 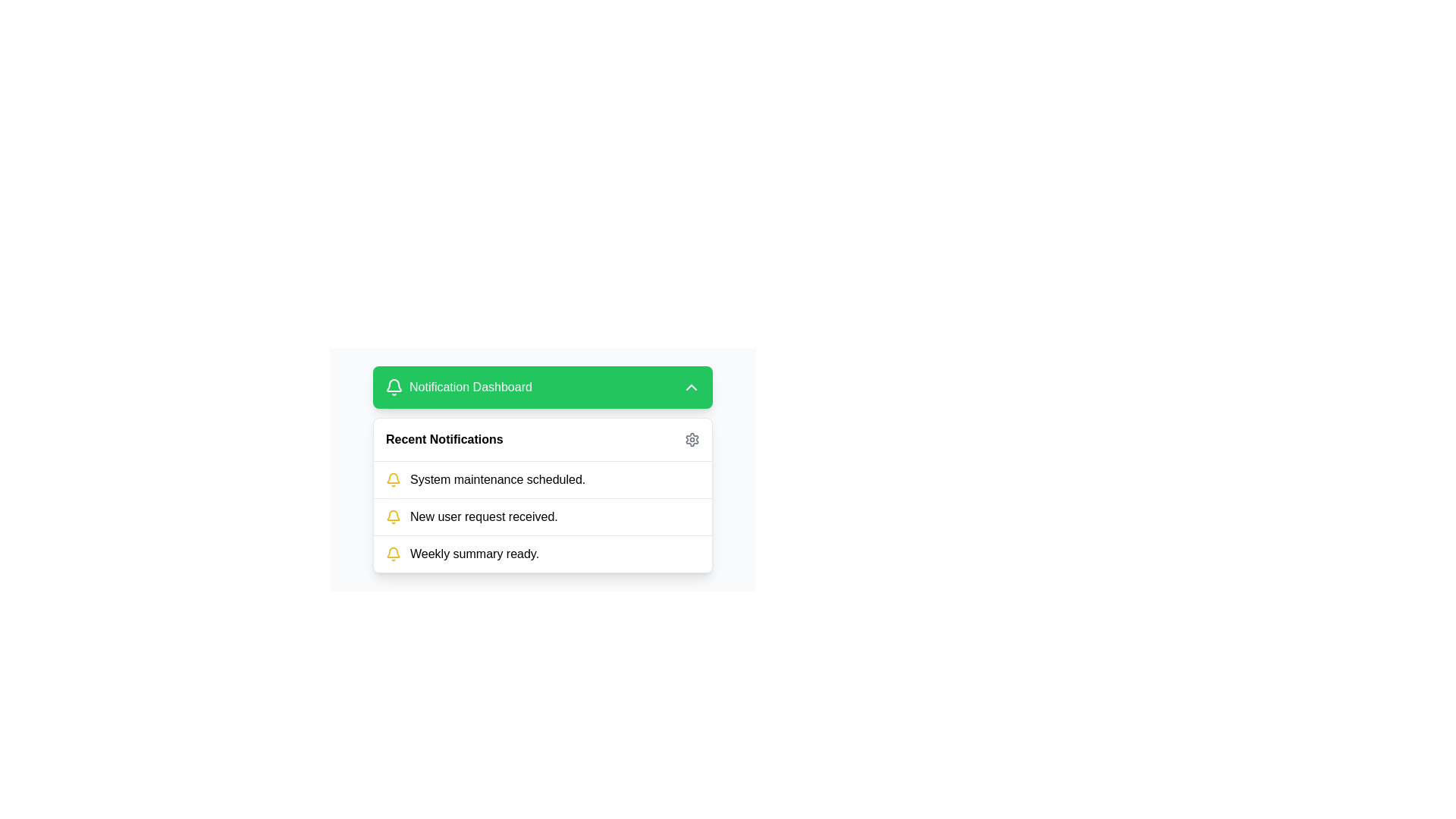 What do you see at coordinates (691, 439) in the screenshot?
I see `the settings icon in the 'Recent Notifications' header` at bounding box center [691, 439].